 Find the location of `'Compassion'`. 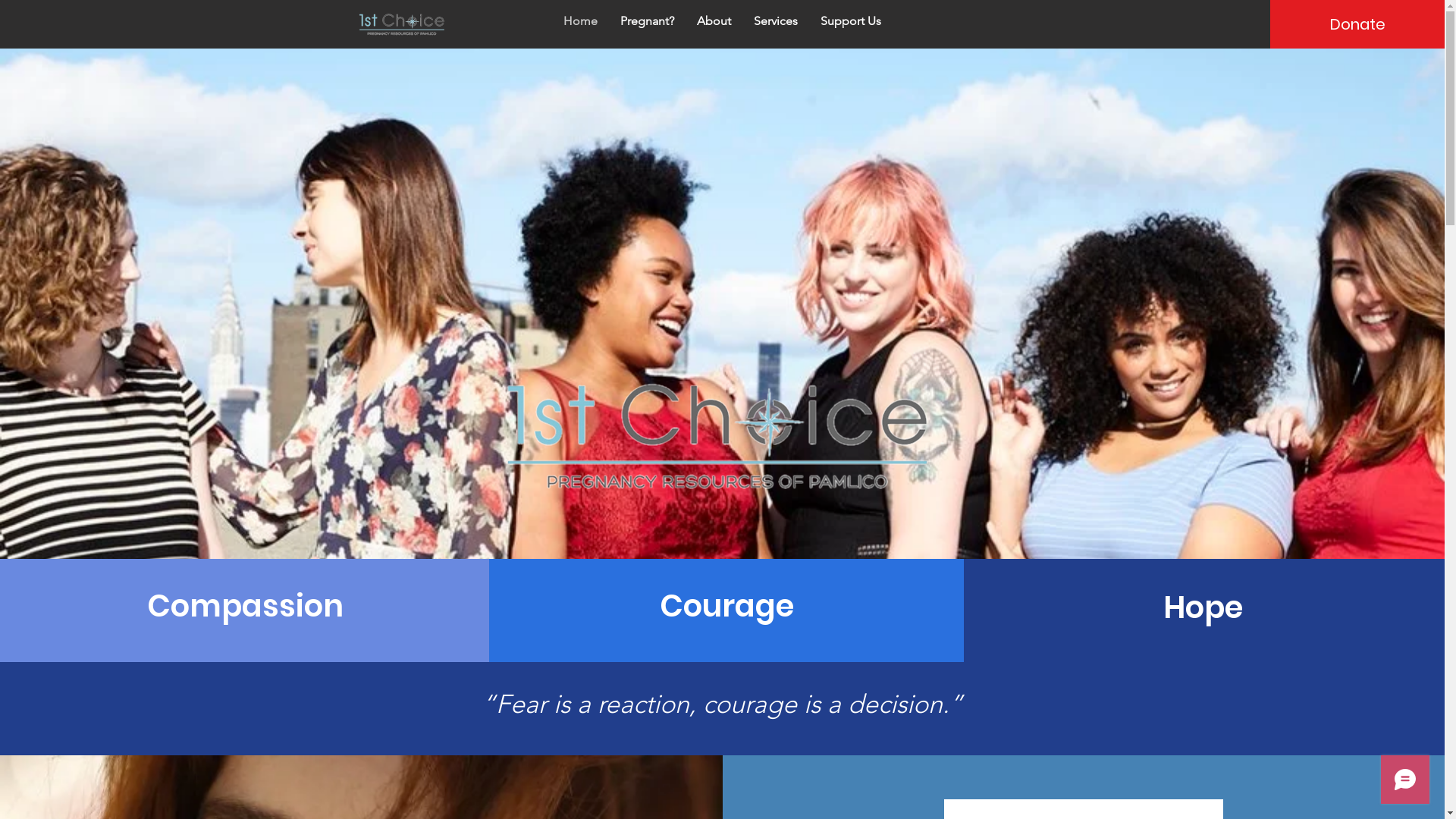

'Compassion' is located at coordinates (245, 604).